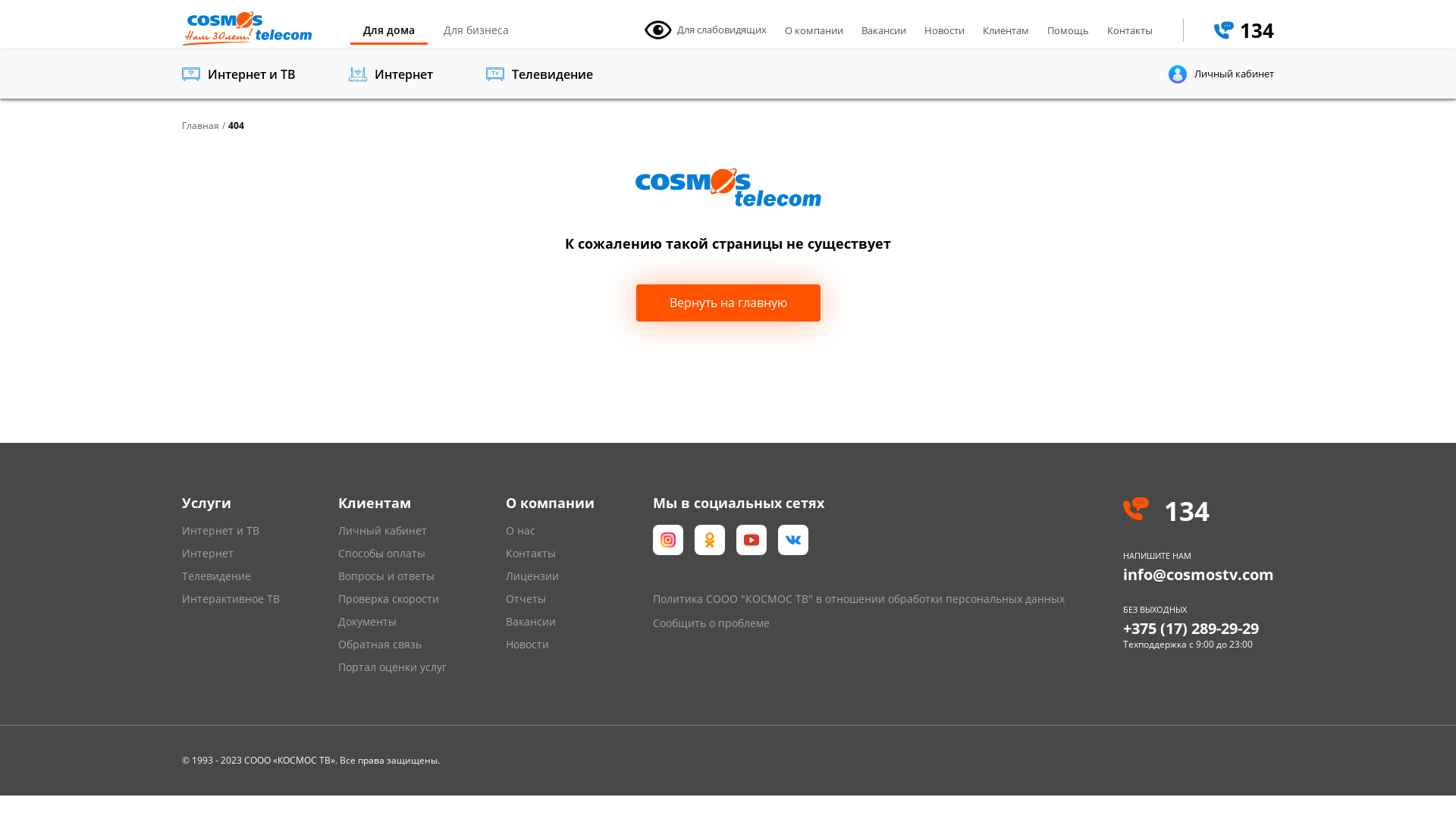 The image size is (1456, 819). What do you see at coordinates (1123, 628) in the screenshot?
I see `'+375 (17) 289-29-29'` at bounding box center [1123, 628].